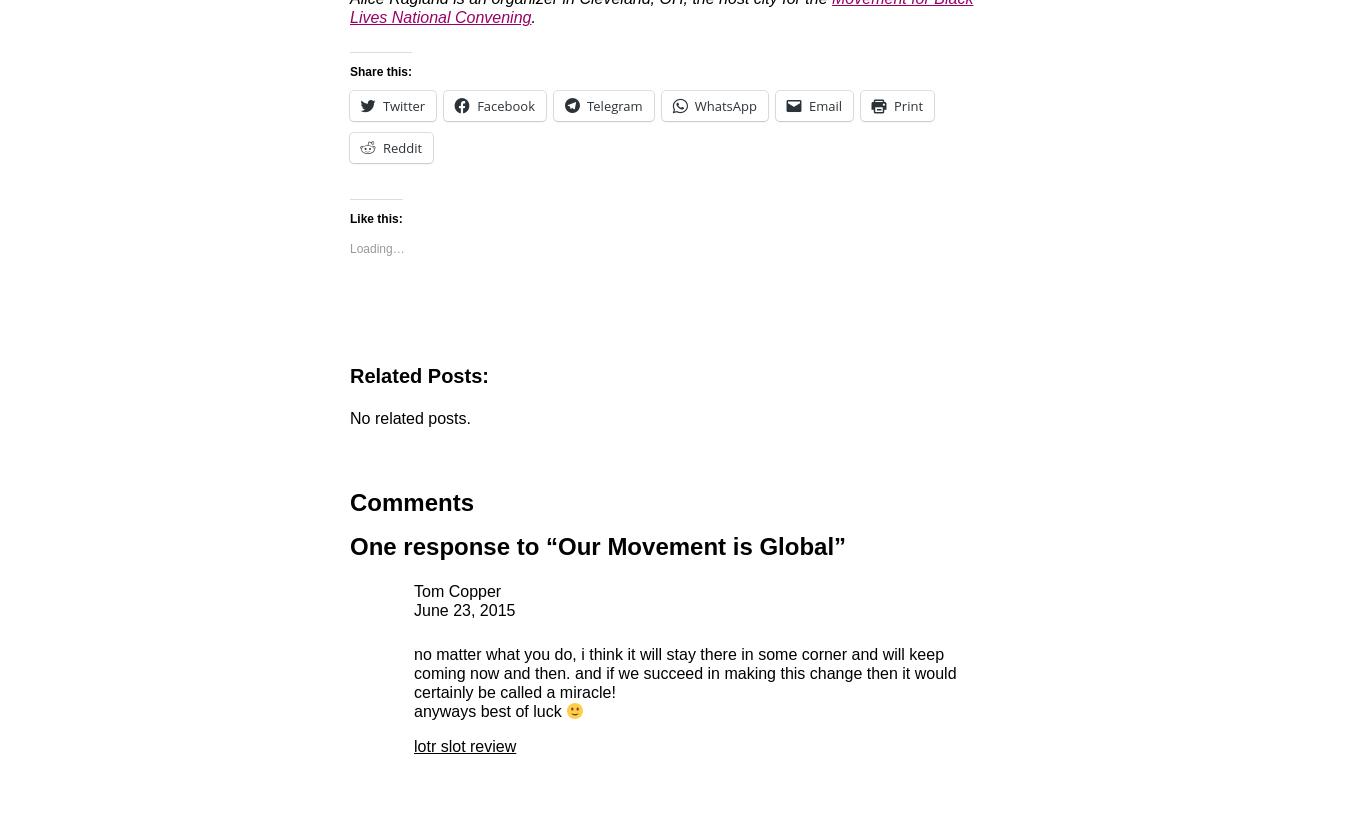 This screenshot has height=817, width=1350. I want to click on 'Like this:', so click(350, 218).